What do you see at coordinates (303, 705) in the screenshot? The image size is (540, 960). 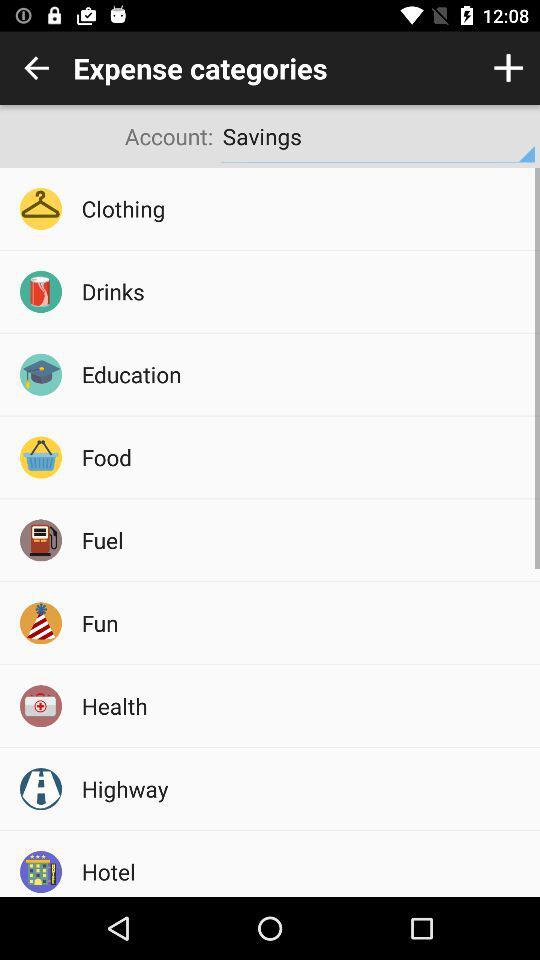 I see `the item above highway item` at bounding box center [303, 705].